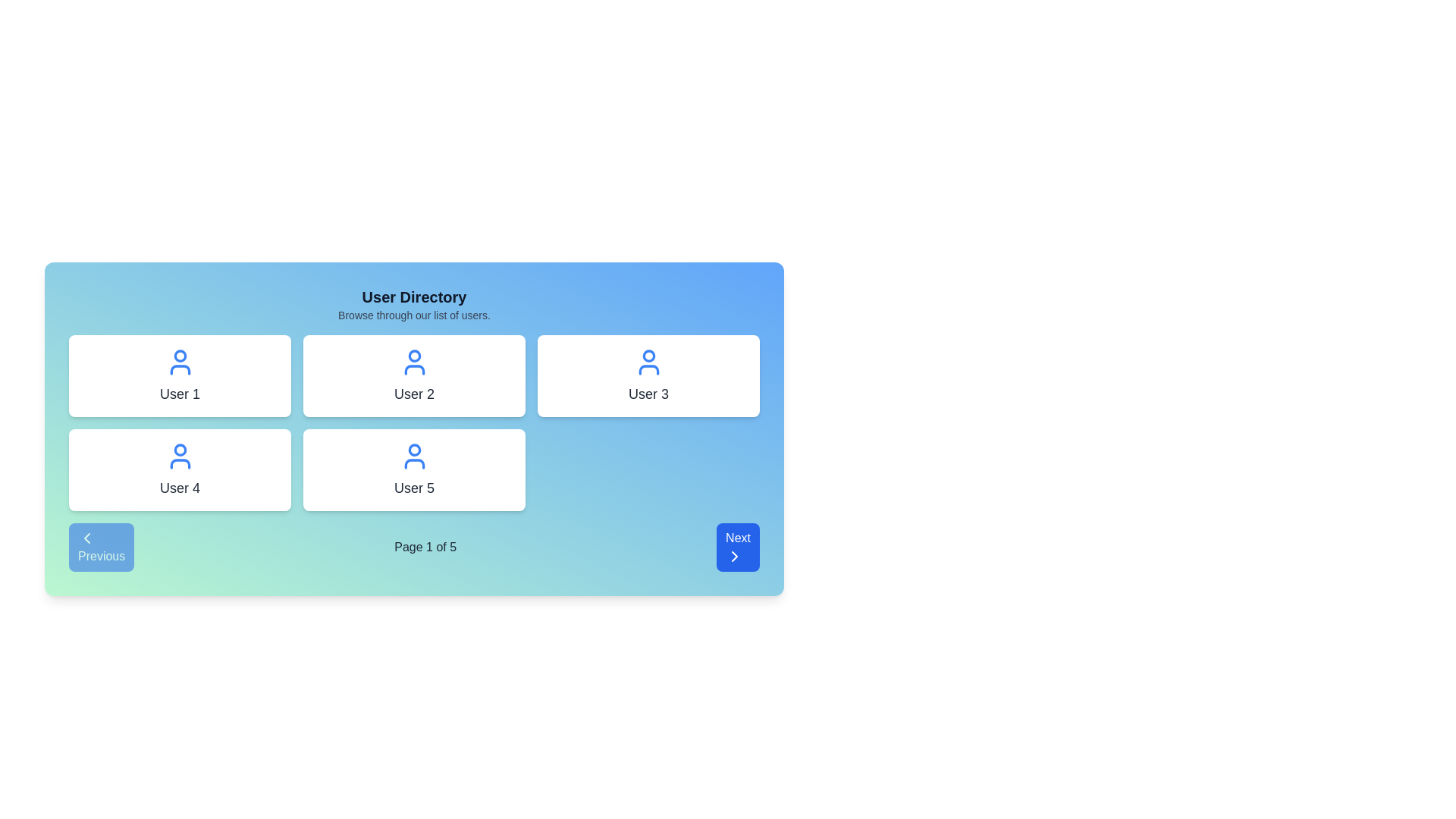 The height and width of the screenshot is (819, 1456). I want to click on the lower semi-circular portion of the user avatar icon within the user card labeled 'User 1' located at the top-left corner of the interface, so click(180, 370).